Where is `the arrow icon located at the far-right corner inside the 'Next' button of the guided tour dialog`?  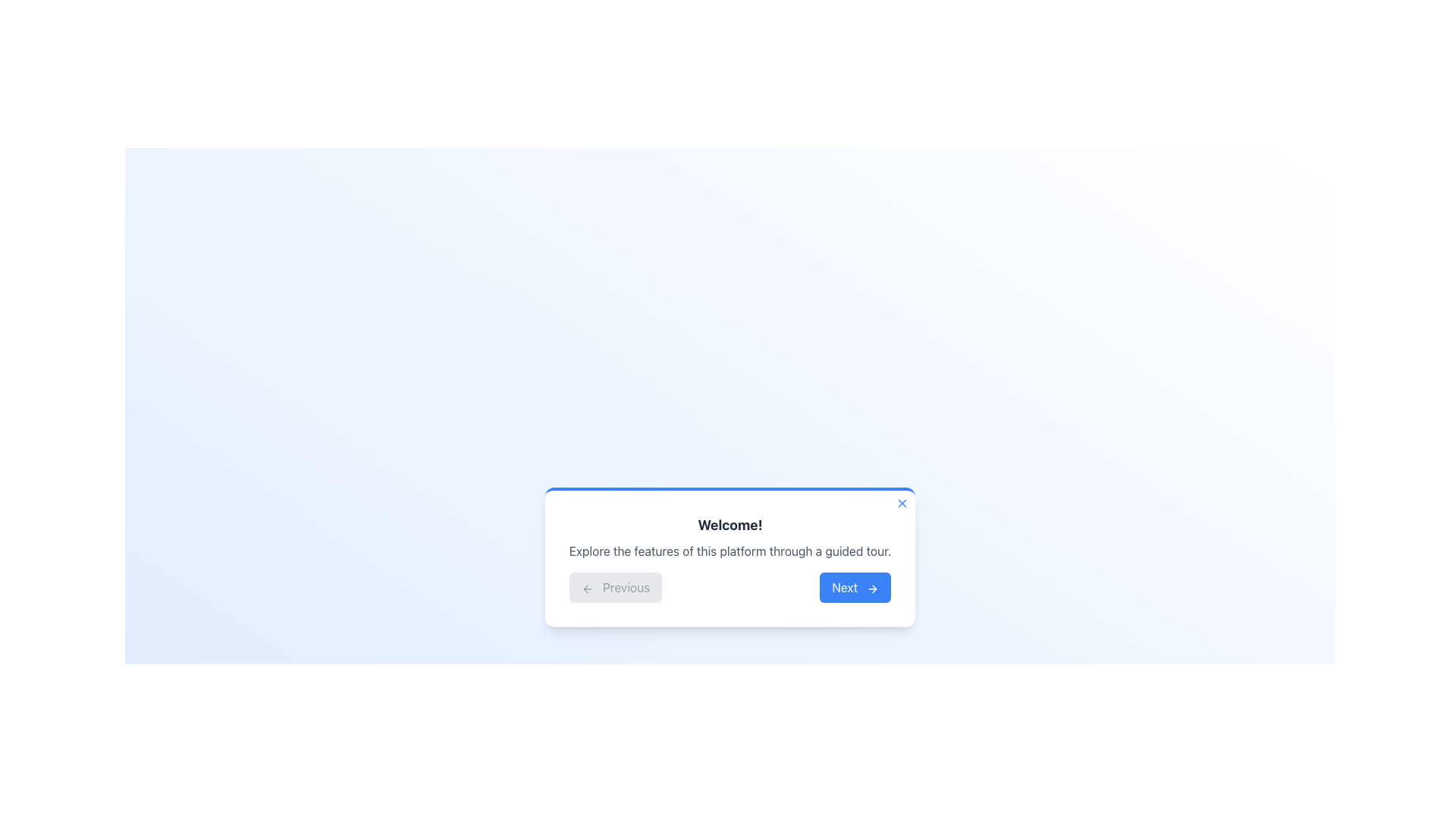 the arrow icon located at the far-right corner inside the 'Next' button of the guided tour dialog is located at coordinates (873, 588).